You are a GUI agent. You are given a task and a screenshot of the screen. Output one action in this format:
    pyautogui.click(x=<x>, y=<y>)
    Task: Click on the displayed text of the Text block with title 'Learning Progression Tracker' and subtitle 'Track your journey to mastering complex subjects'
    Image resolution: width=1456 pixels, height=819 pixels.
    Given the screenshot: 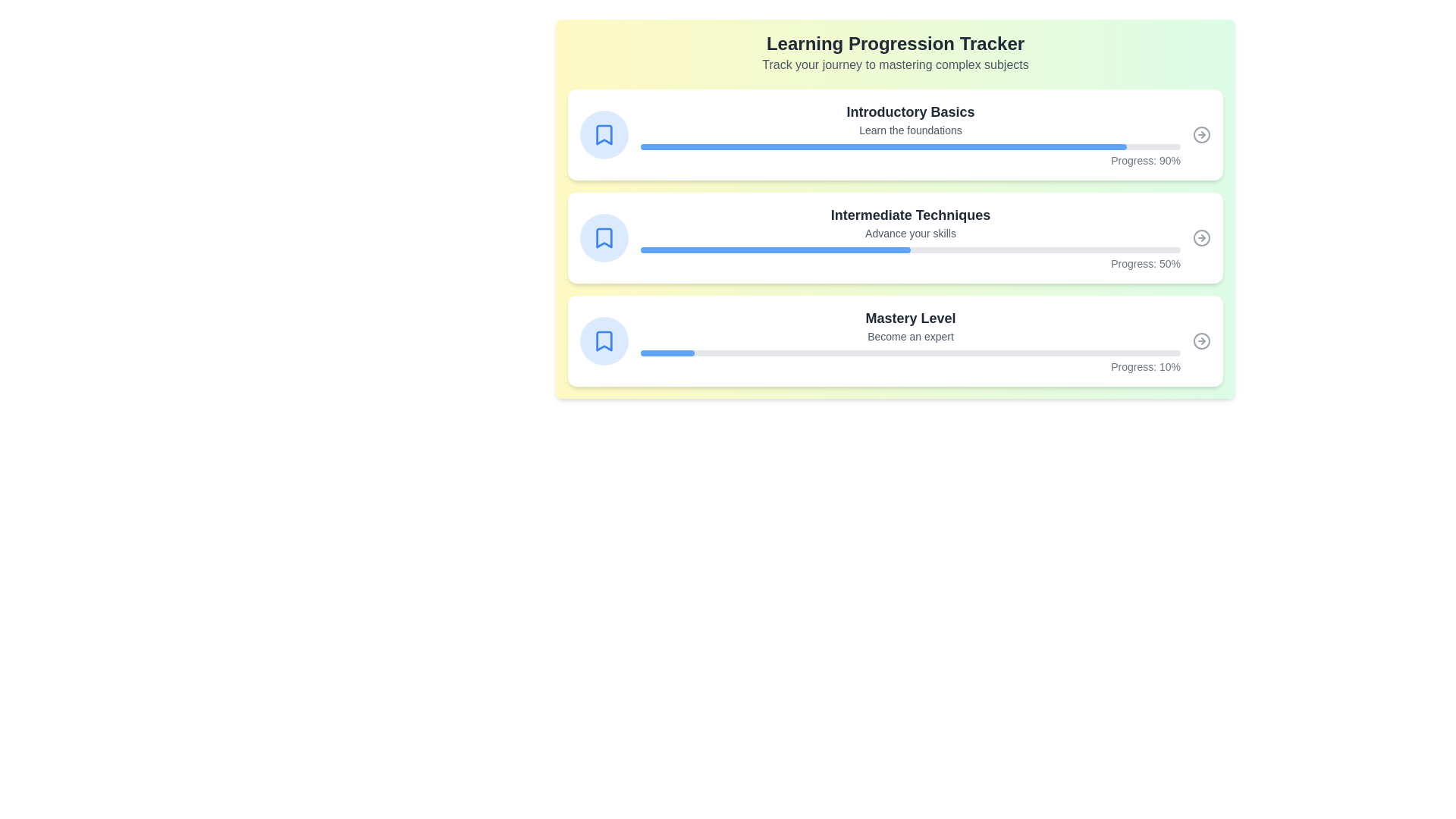 What is the action you would take?
    pyautogui.click(x=895, y=52)
    